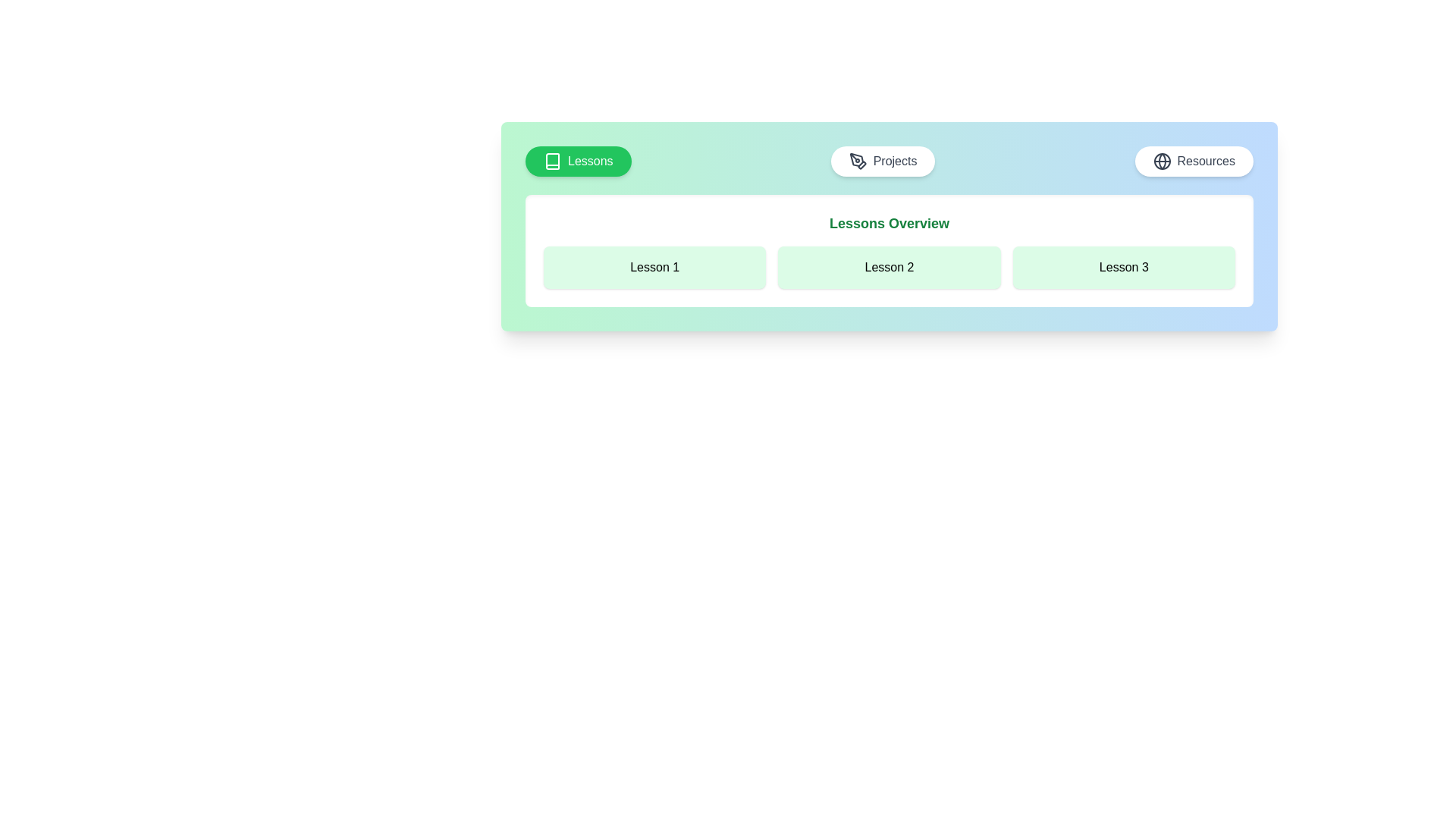 This screenshot has height=819, width=1456. Describe the element at coordinates (552, 161) in the screenshot. I see `the green circular button containing the 'Lessons' icon located on the left segment of the top horizontal navigation bar` at that location.